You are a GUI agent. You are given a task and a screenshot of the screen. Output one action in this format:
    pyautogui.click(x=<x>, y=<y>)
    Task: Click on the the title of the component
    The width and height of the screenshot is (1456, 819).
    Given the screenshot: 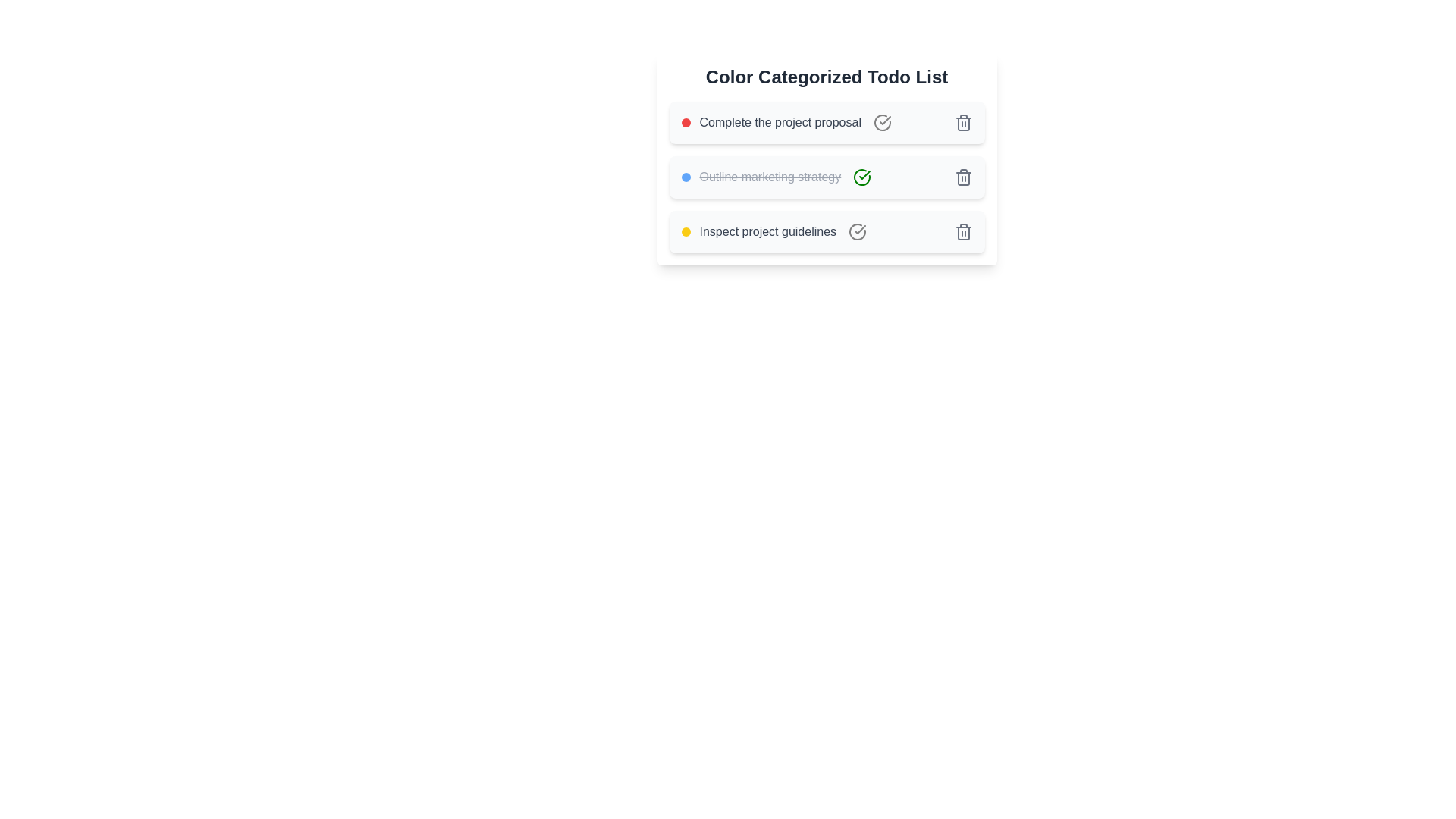 What is the action you would take?
    pyautogui.click(x=826, y=77)
    